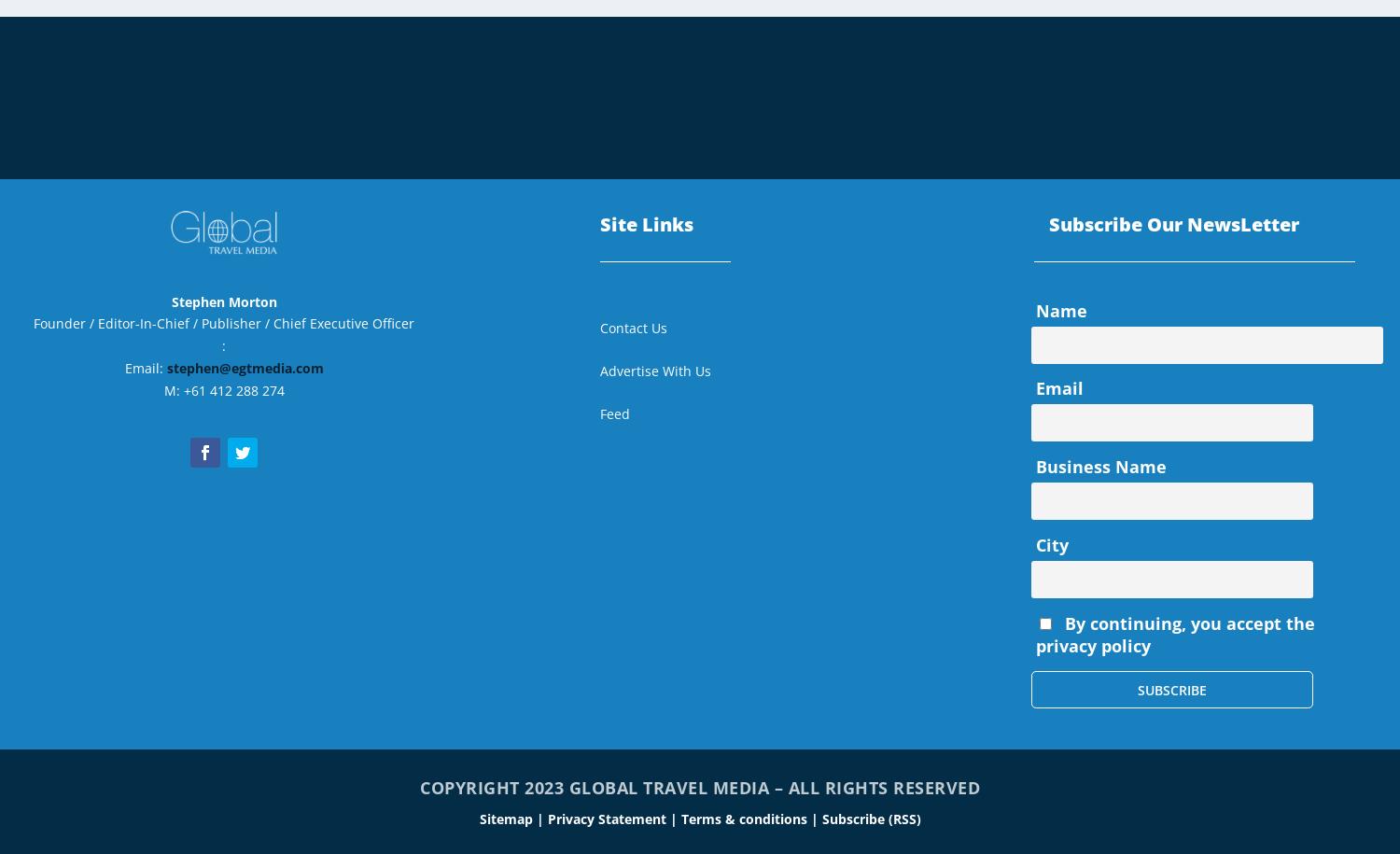 This screenshot has width=1400, height=854. What do you see at coordinates (1066, 455) in the screenshot?
I see `'July 2021'` at bounding box center [1066, 455].